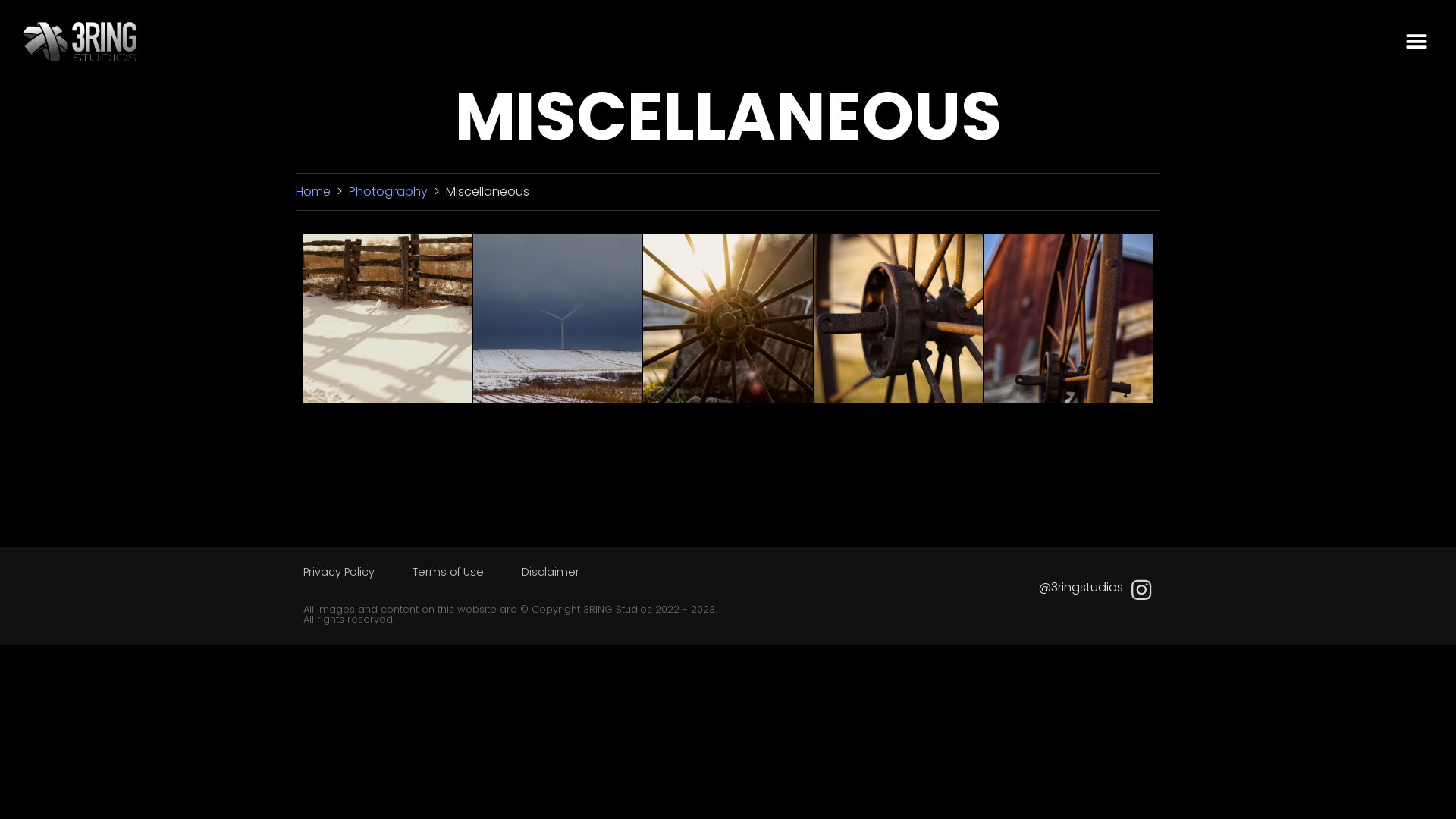 The width and height of the screenshot is (1456, 819). What do you see at coordinates (447, 571) in the screenshot?
I see `'Terms of Use'` at bounding box center [447, 571].